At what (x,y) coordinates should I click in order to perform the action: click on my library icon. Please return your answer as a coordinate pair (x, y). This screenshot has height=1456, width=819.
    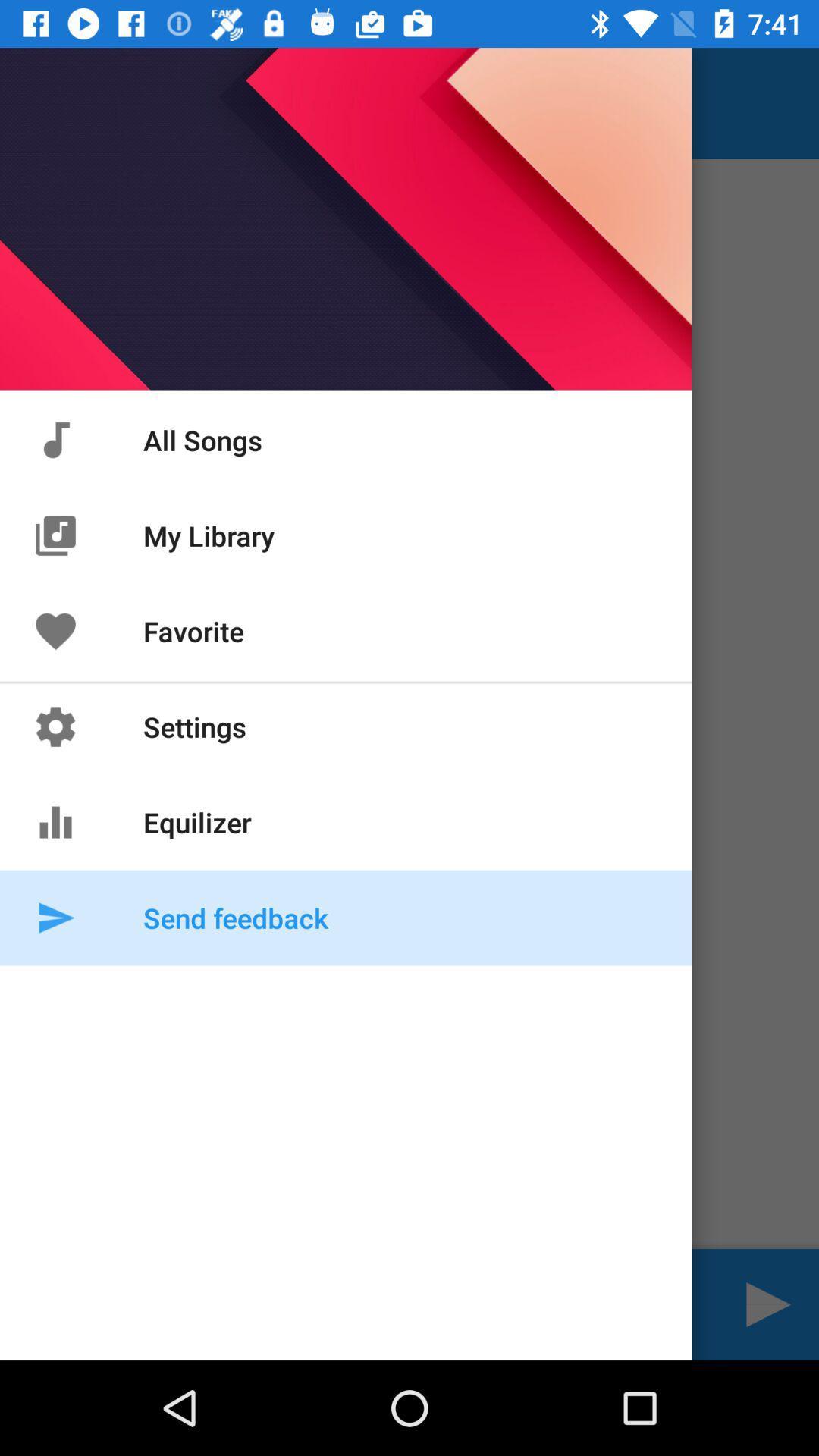
    Looking at the image, I should click on (55, 535).